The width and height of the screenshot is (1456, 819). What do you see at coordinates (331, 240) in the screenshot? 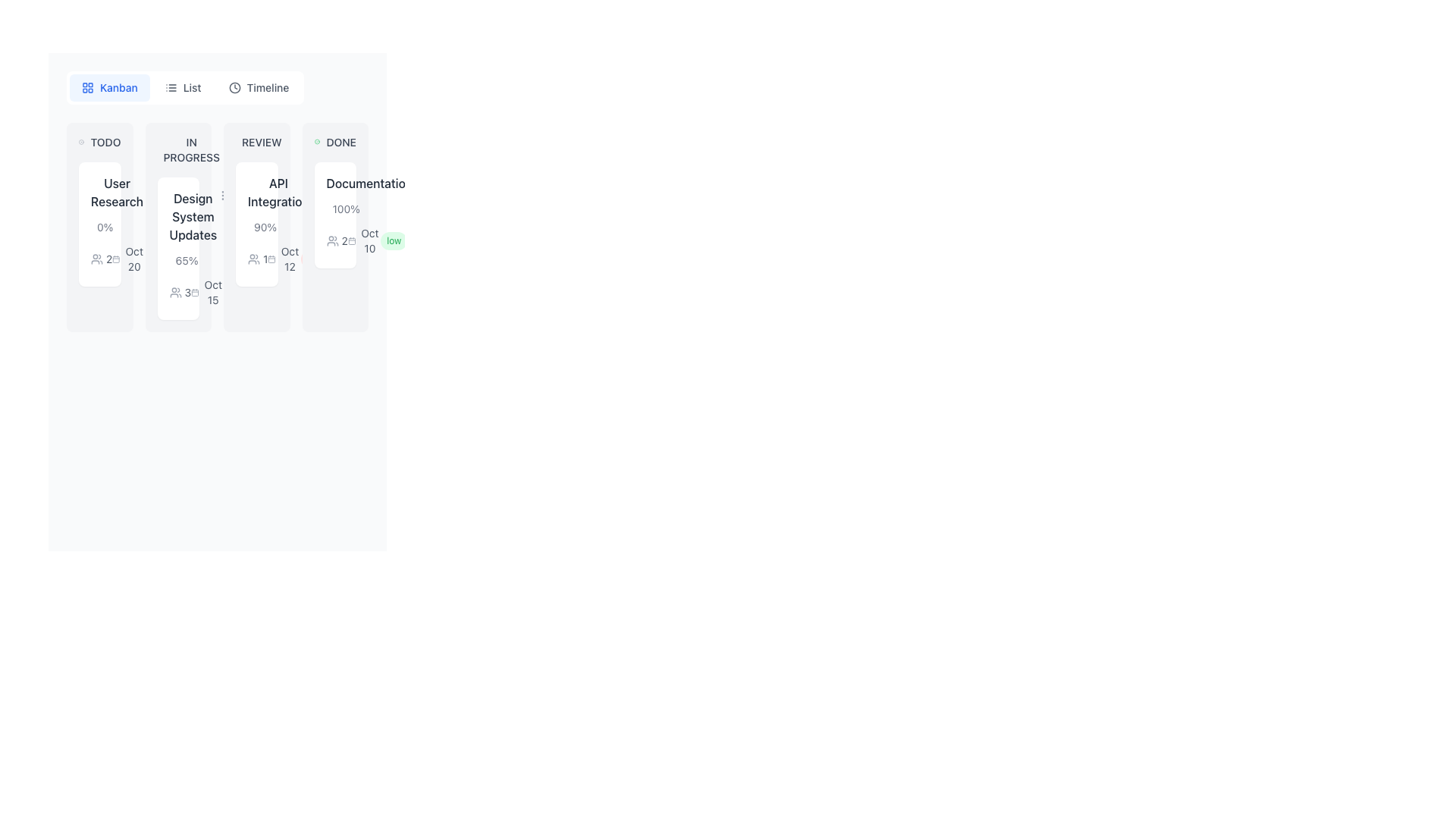
I see `the user collaboration icon located in the 'Done' column of the kanban board, under the 'Documentation' card, which is associated with the number '2'` at bounding box center [331, 240].